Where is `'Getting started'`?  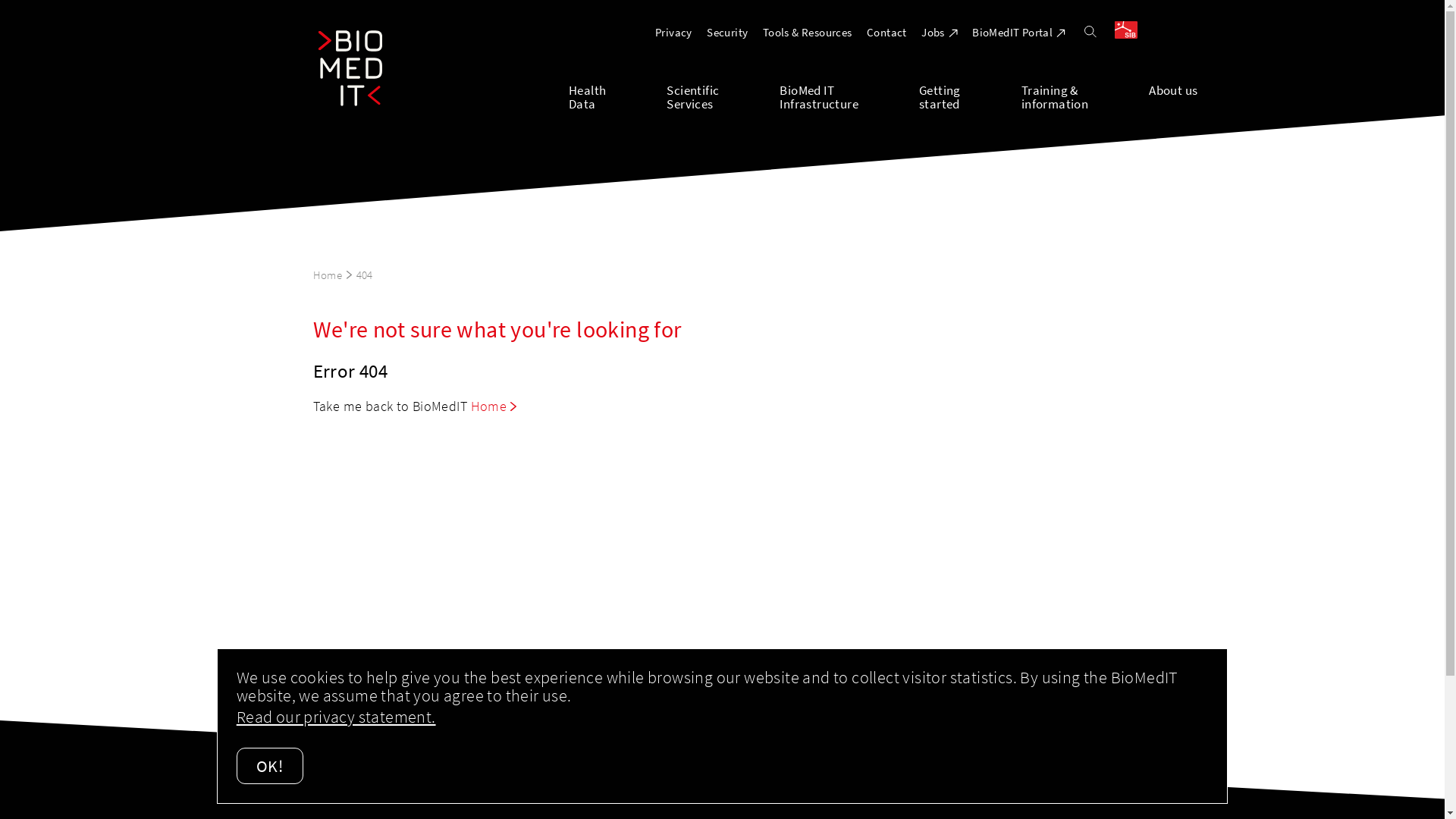
'Getting started' is located at coordinates (969, 96).